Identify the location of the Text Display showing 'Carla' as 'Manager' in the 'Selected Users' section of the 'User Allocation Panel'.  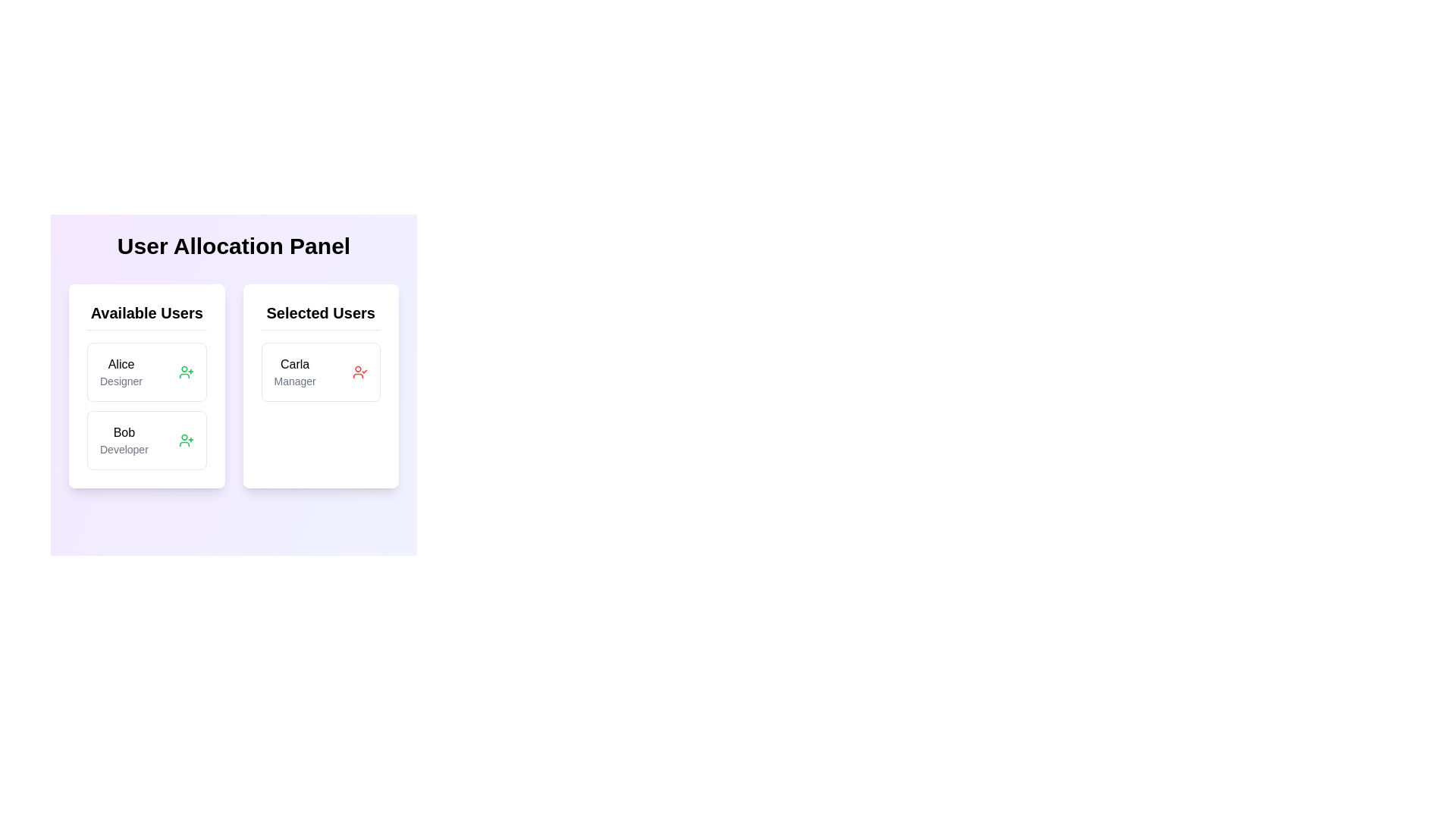
(295, 372).